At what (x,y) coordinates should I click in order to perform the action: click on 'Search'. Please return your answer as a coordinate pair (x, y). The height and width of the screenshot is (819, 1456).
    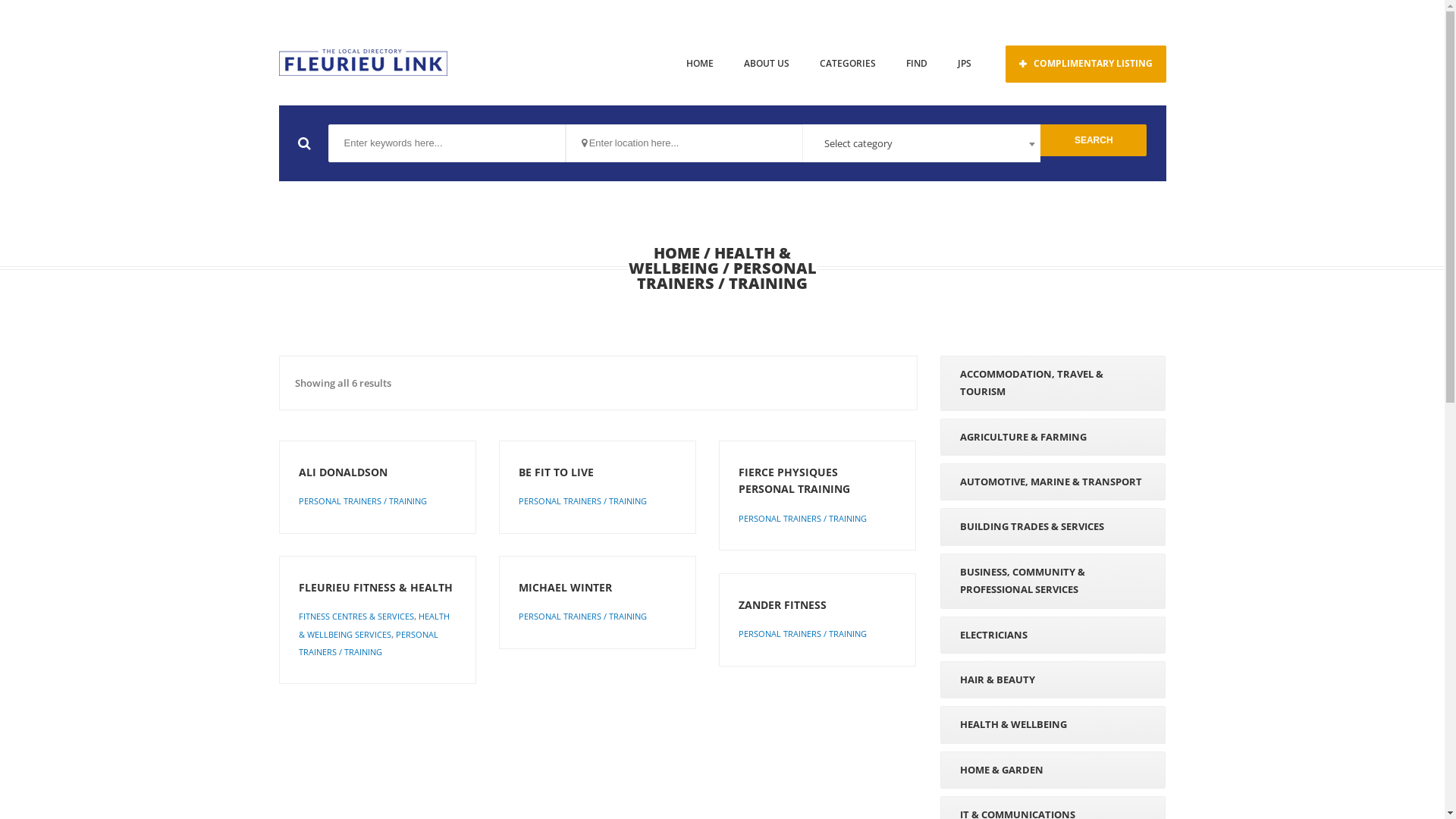
    Looking at the image, I should click on (1040, 140).